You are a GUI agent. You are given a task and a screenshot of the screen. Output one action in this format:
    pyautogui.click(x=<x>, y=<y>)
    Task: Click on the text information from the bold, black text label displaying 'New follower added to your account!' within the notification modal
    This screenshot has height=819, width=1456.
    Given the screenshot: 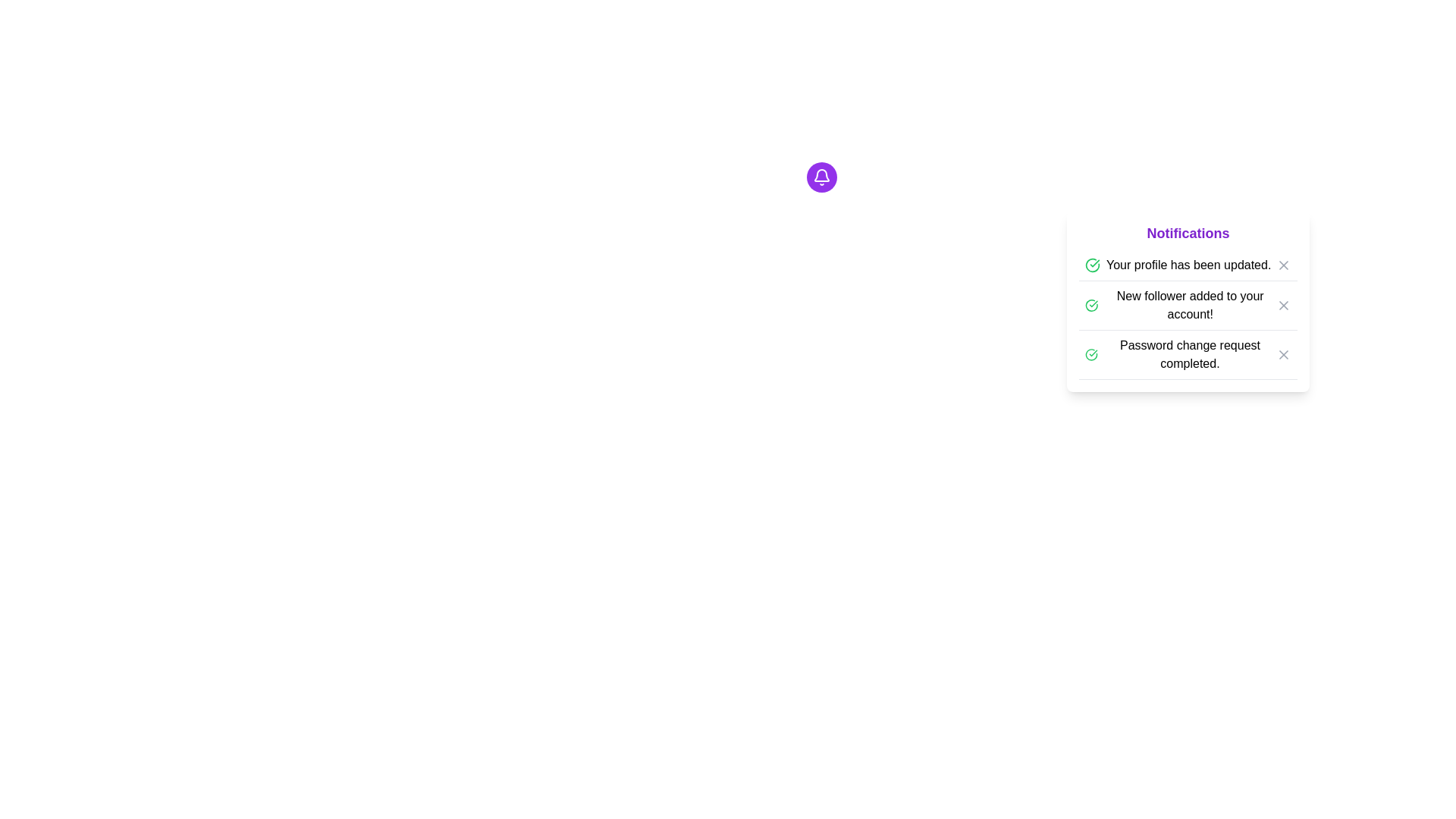 What is the action you would take?
    pyautogui.click(x=1189, y=305)
    